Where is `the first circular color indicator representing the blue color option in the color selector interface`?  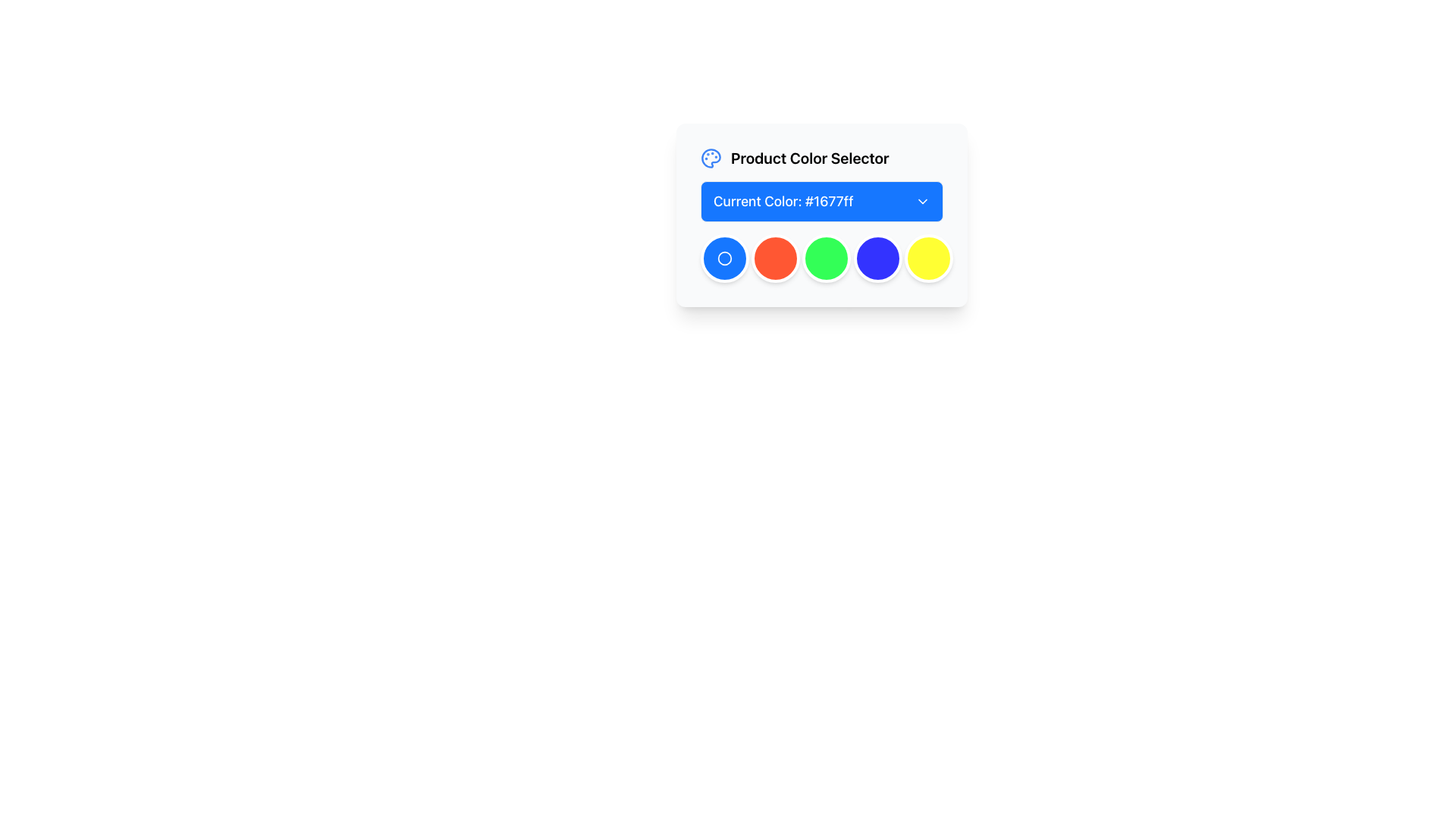
the first circular color indicator representing the blue color option in the color selector interface is located at coordinates (723, 257).